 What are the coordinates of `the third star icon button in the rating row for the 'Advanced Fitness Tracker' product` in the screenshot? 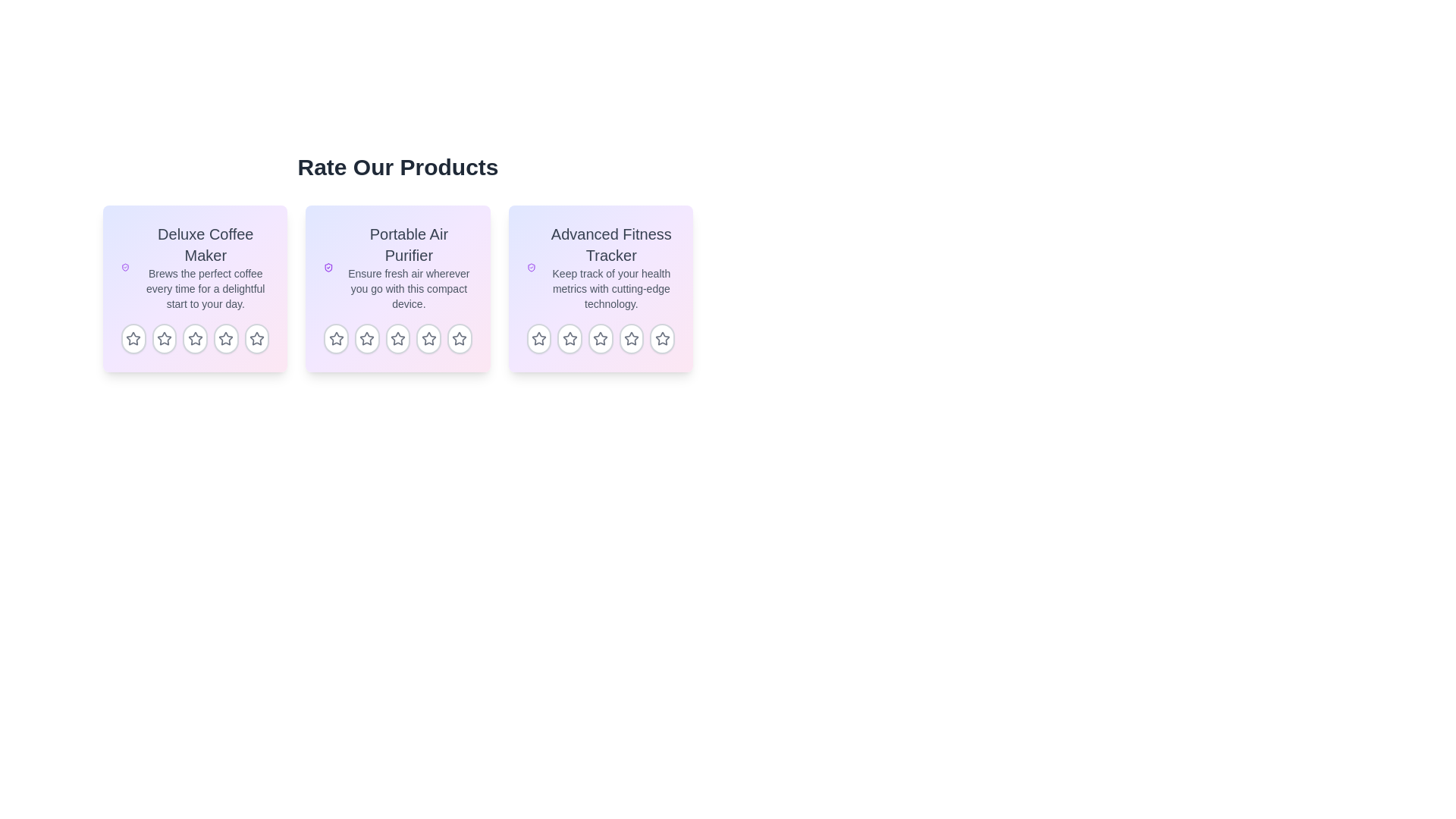 It's located at (569, 337).